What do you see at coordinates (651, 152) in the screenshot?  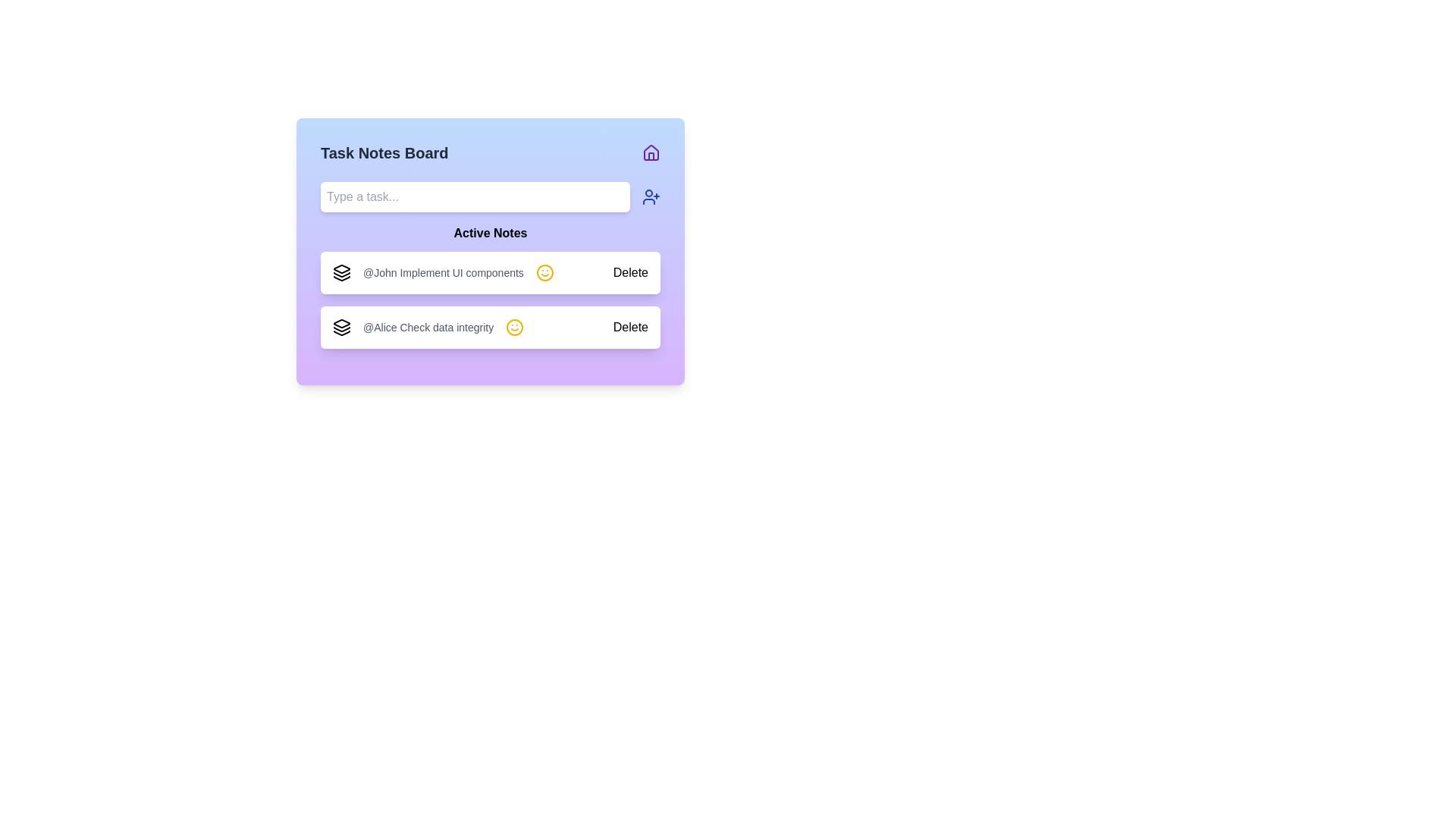 I see `the house-shaped icon graphic located at the top-right corner of the interface panel, which represents a home button` at bounding box center [651, 152].